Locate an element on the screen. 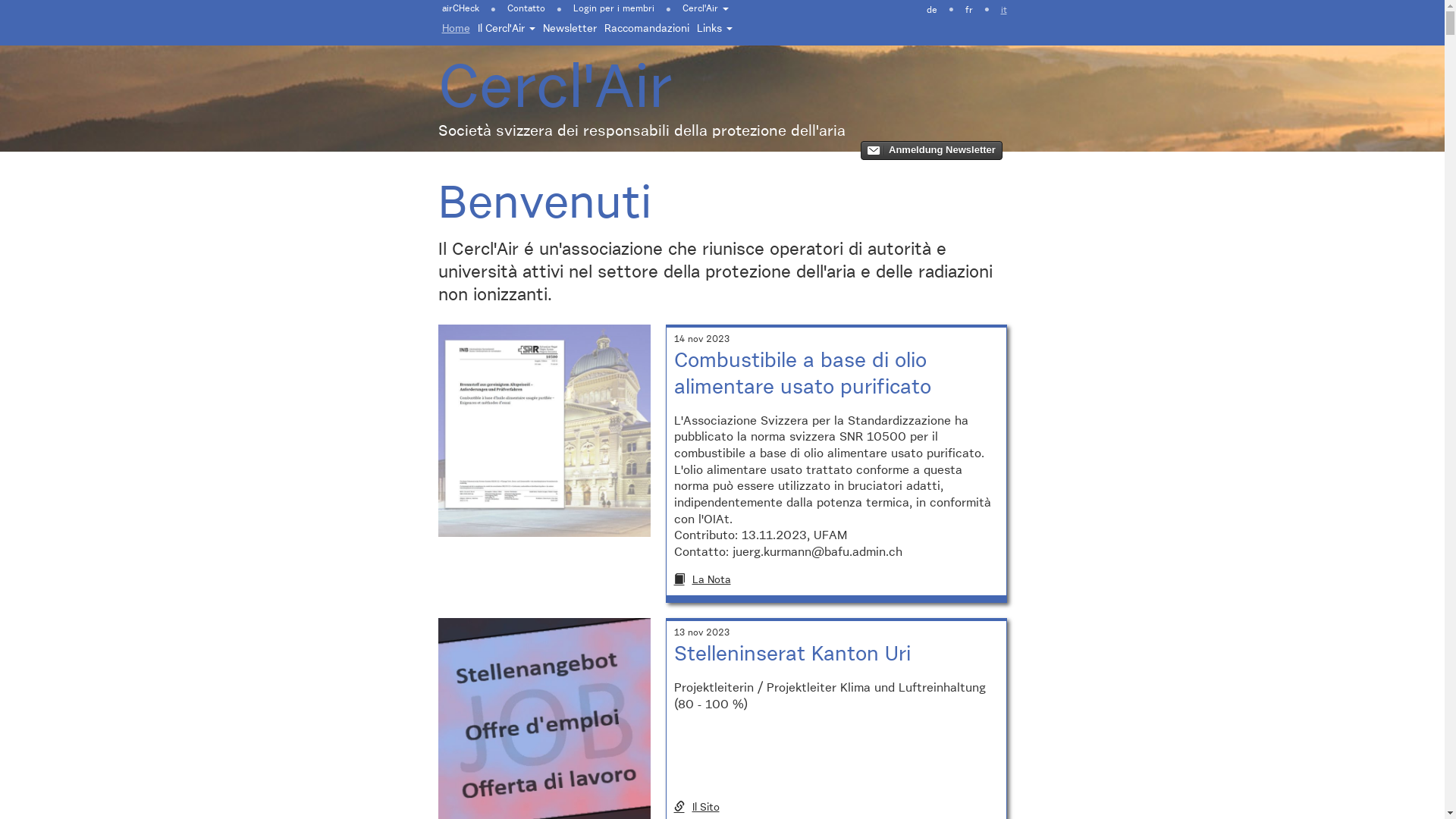  'Login per i membri' is located at coordinates (613, 8).